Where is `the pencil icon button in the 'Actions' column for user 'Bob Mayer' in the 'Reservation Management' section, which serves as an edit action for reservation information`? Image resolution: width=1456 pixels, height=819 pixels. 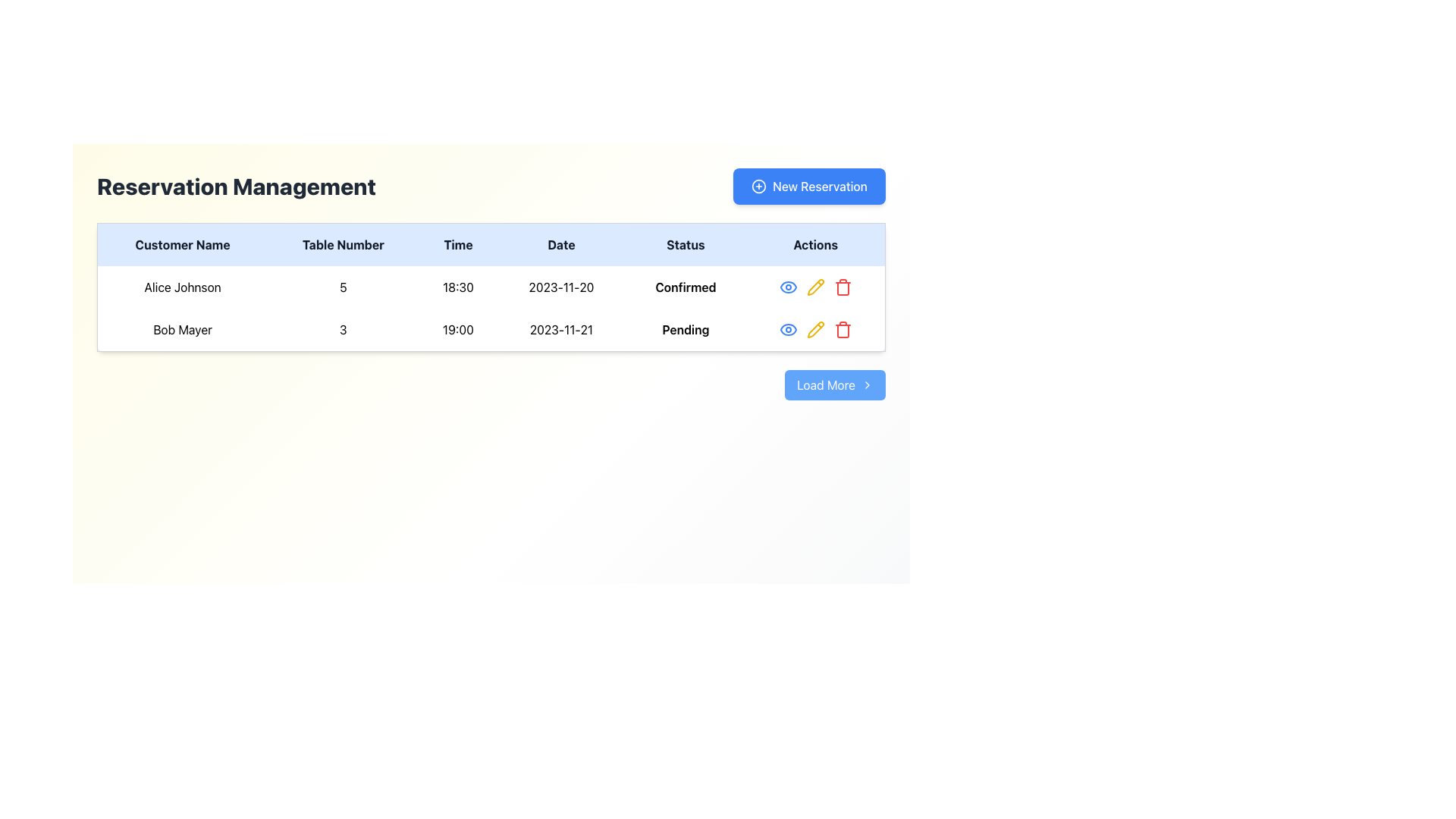 the pencil icon button in the 'Actions' column for user 'Bob Mayer' in the 'Reservation Management' section, which serves as an edit action for reservation information is located at coordinates (814, 329).